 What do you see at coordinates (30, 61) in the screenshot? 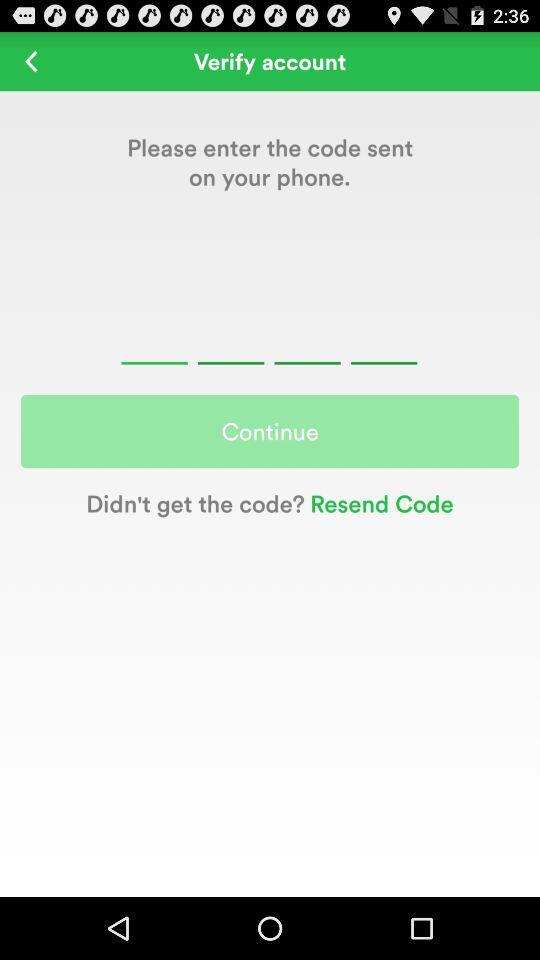
I see `the icon to the left of the verify account item` at bounding box center [30, 61].